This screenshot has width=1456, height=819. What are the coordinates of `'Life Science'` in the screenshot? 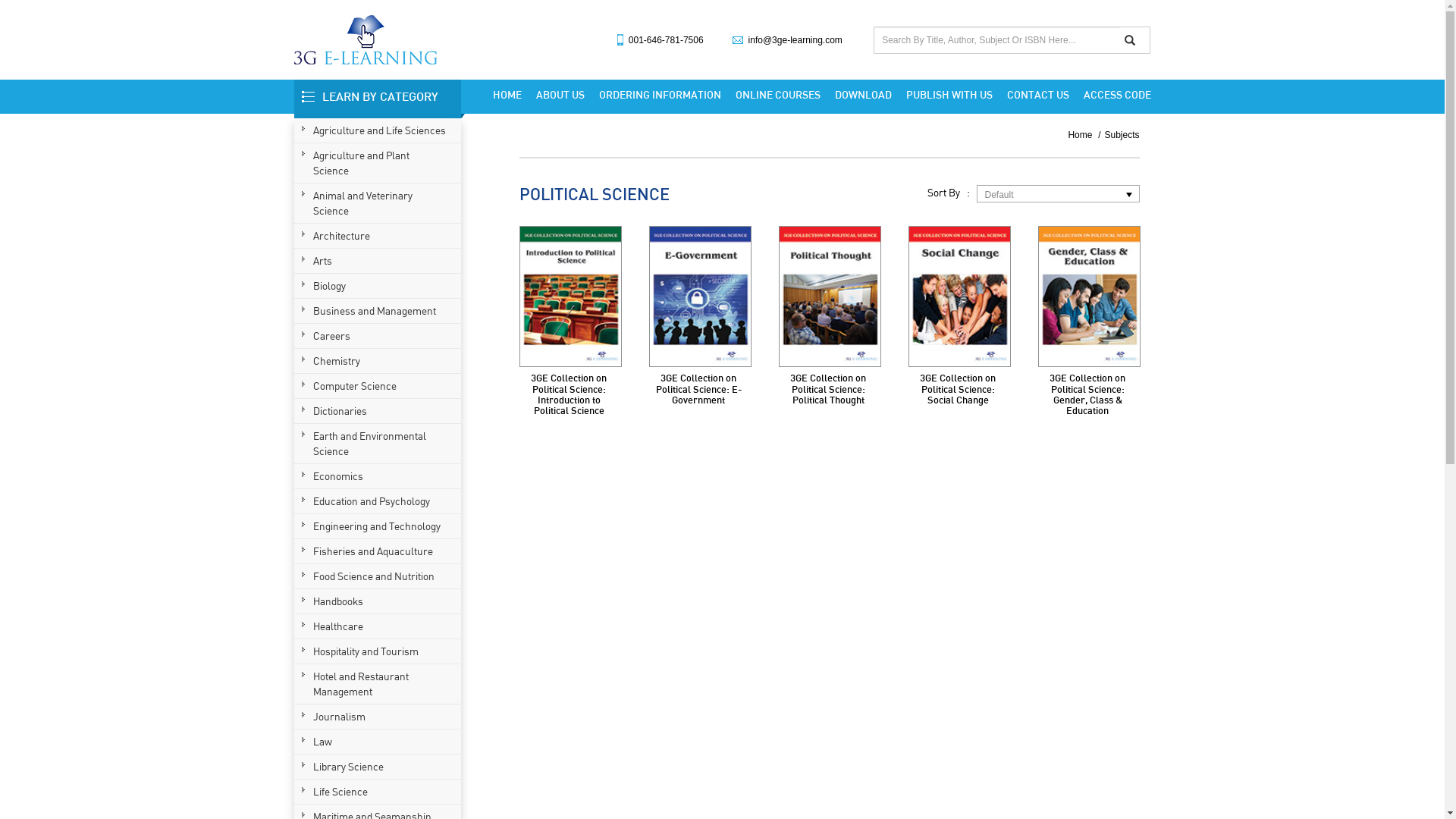 It's located at (297, 791).